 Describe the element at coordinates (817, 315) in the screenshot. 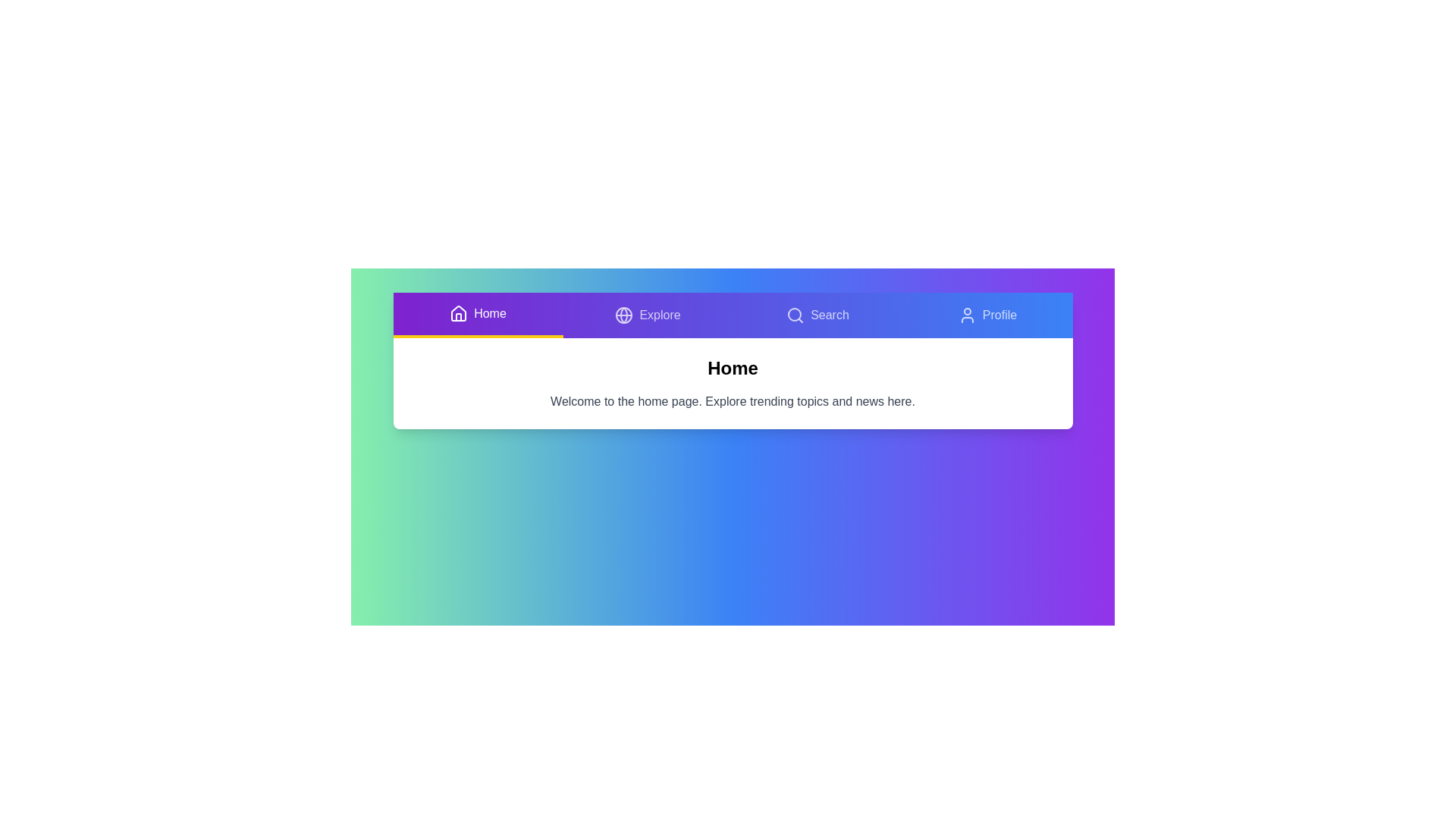

I see `the tab button labeled Search` at that location.